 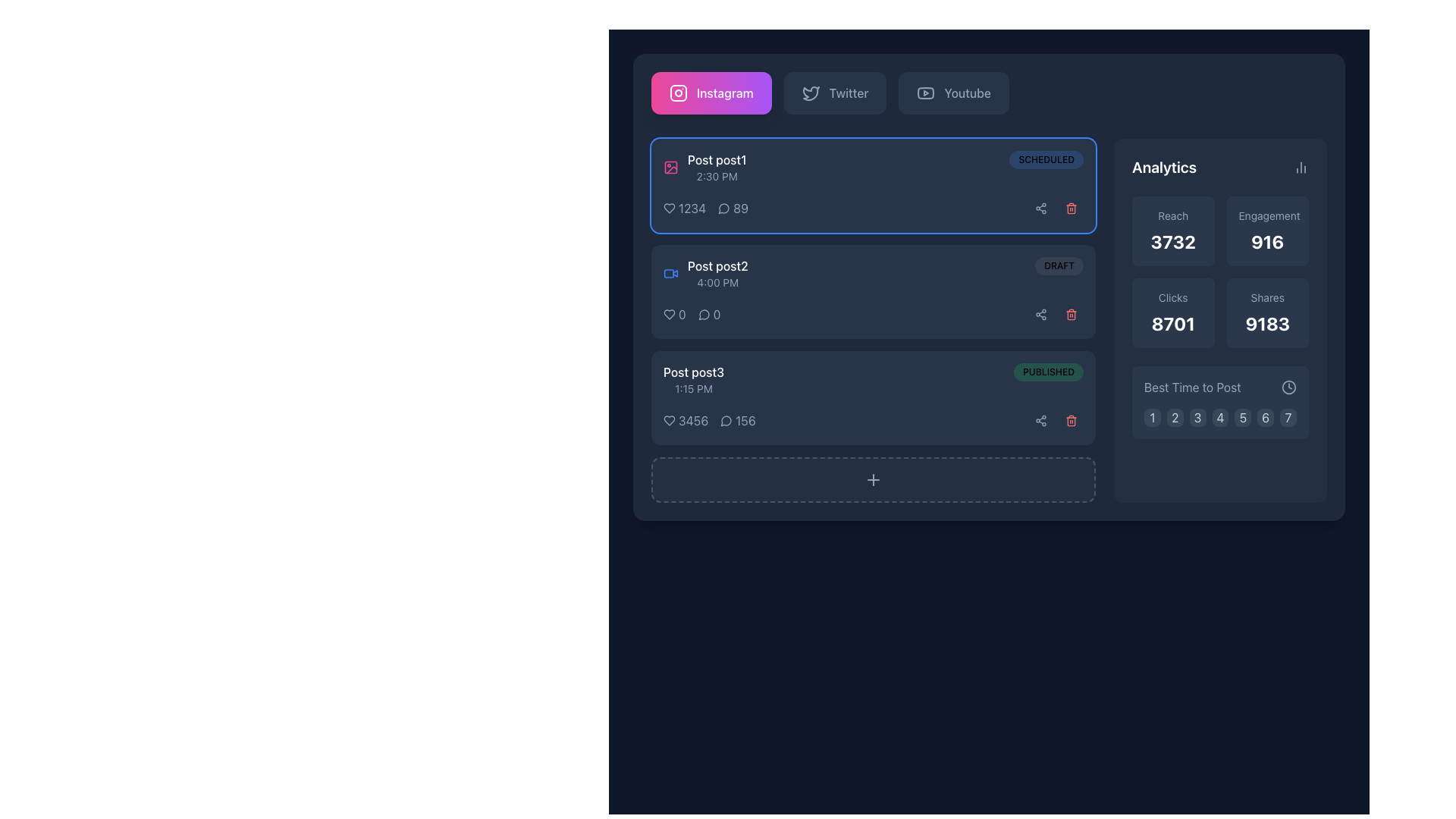 What do you see at coordinates (741, 208) in the screenshot?
I see `text content '89' from the static label displayed in a bold font, positioned to the right of a comment icon within a social media post card layout` at bounding box center [741, 208].